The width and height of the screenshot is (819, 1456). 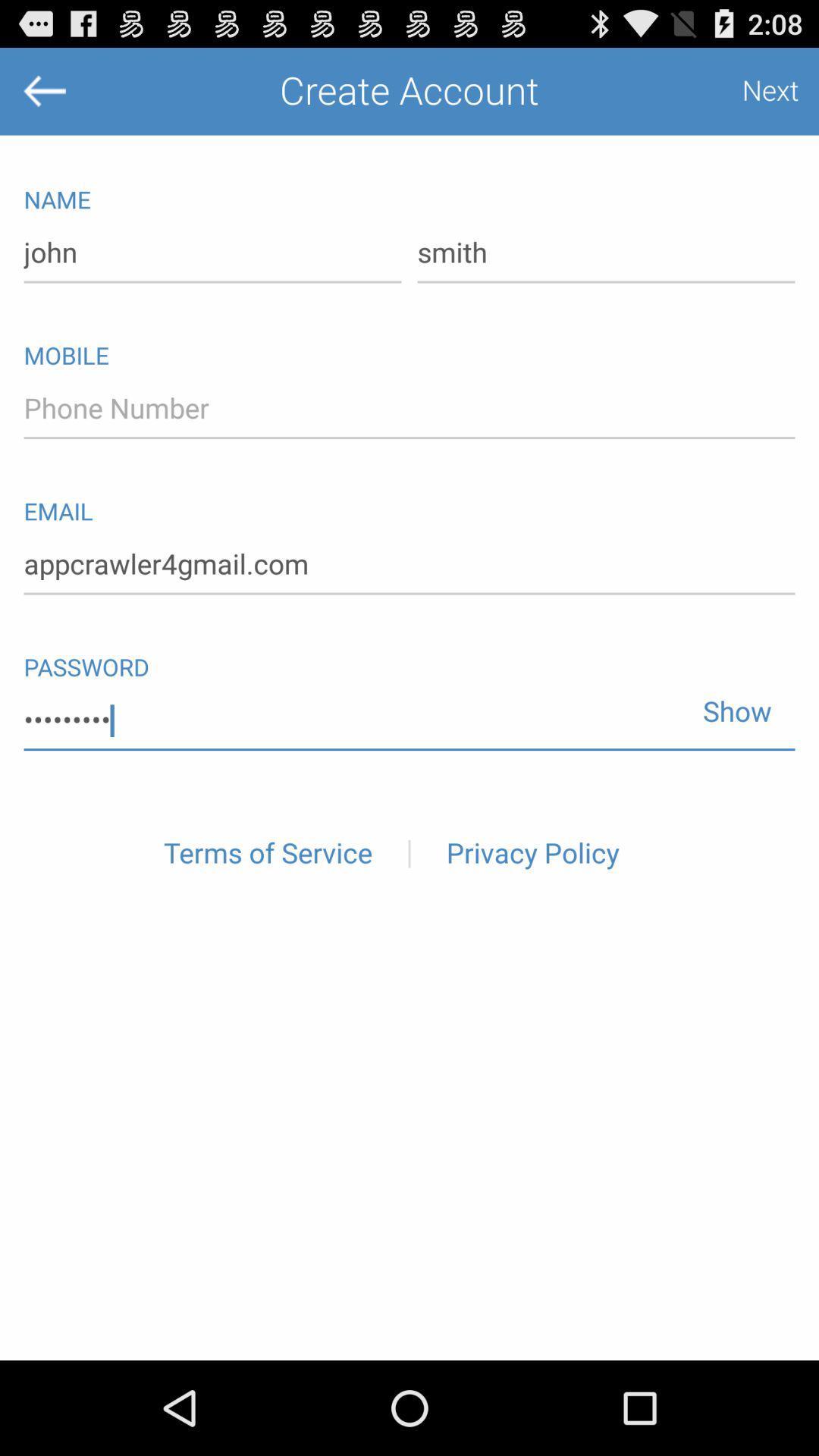 I want to click on button on the right, so click(x=730, y=704).